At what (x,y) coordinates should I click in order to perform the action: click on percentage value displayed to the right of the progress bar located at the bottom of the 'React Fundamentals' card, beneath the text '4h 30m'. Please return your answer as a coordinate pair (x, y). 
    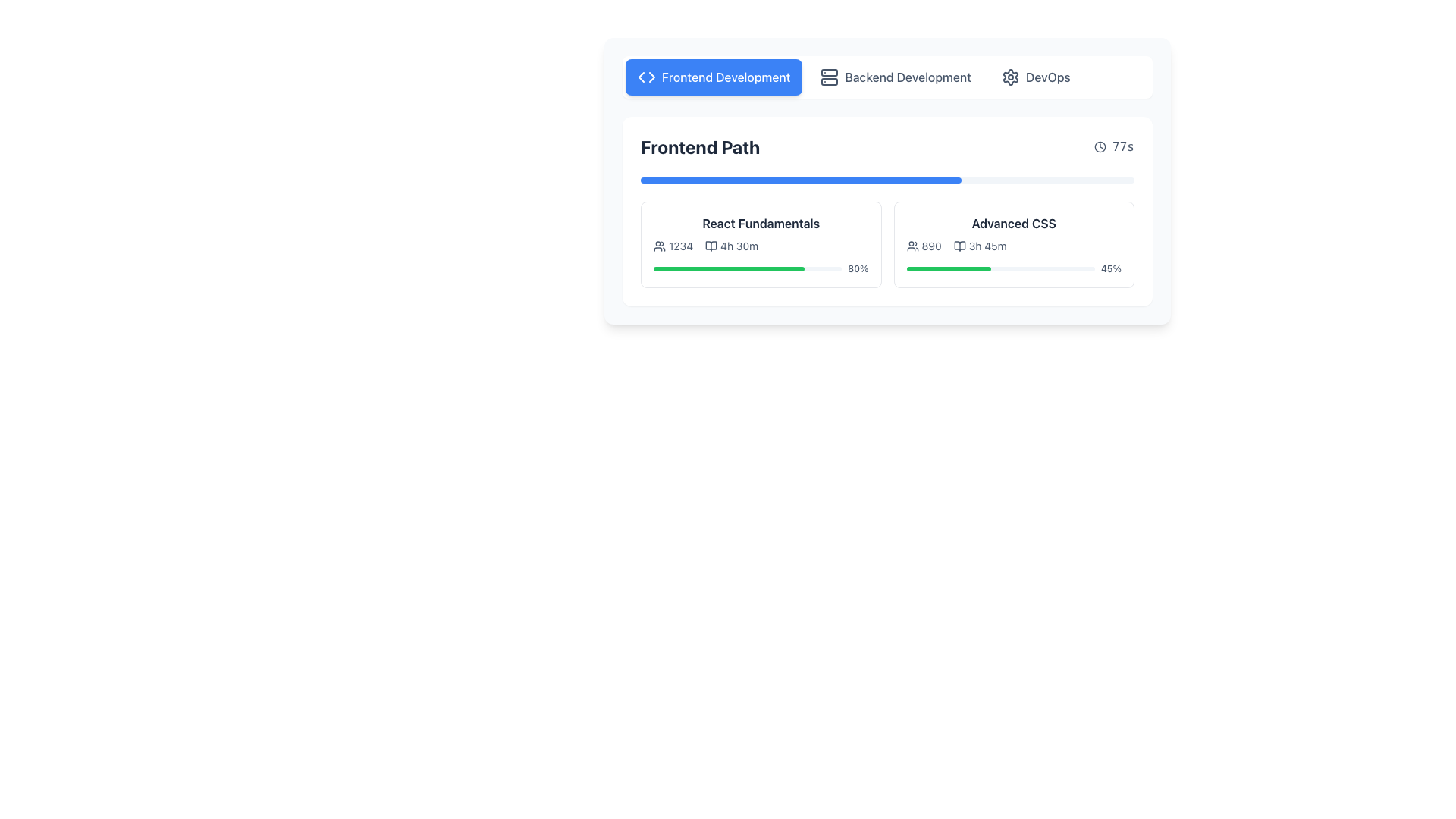
    Looking at the image, I should click on (761, 268).